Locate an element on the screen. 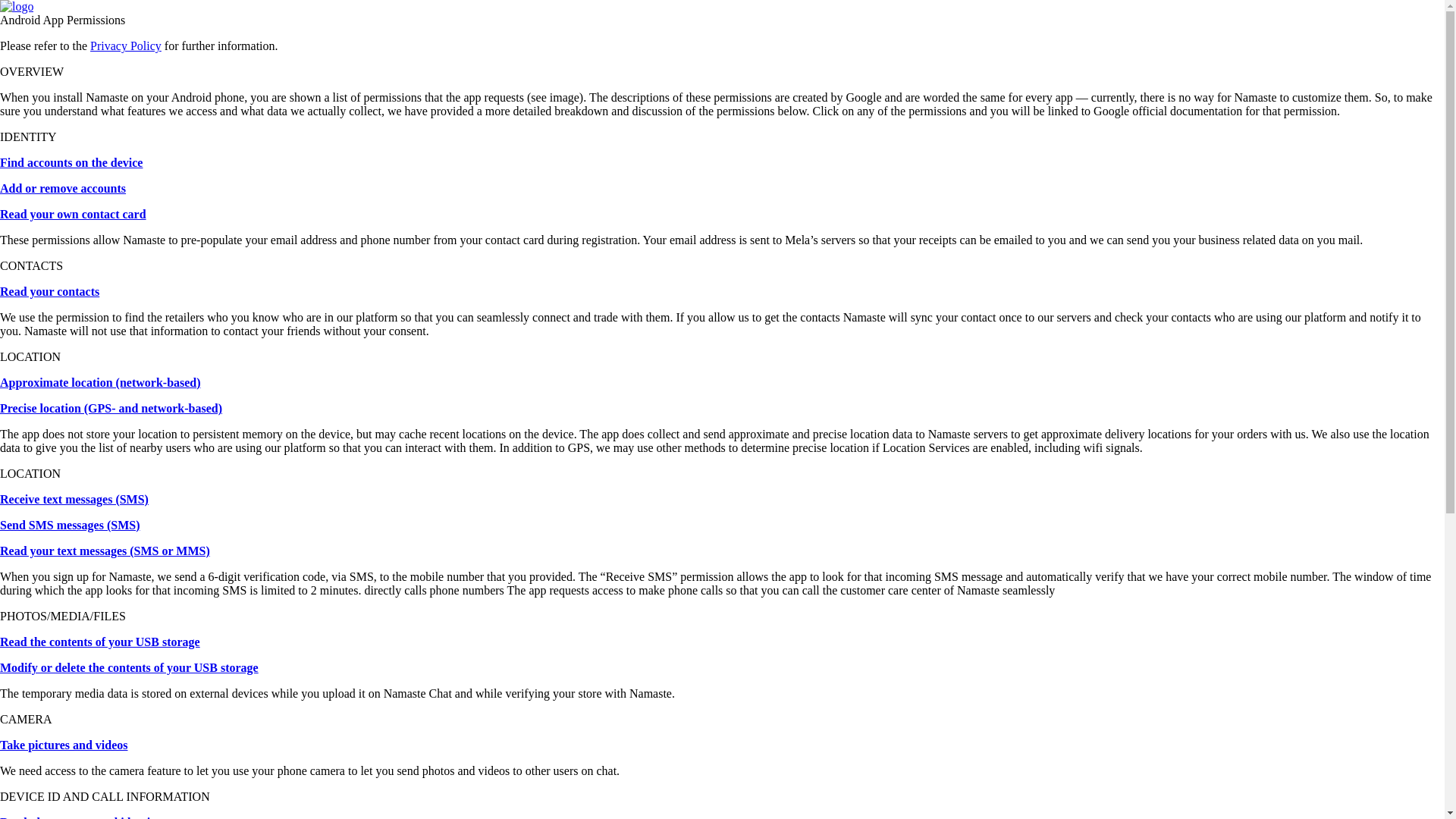 This screenshot has height=819, width=1456. 'Read your own contact card' is located at coordinates (72, 214).